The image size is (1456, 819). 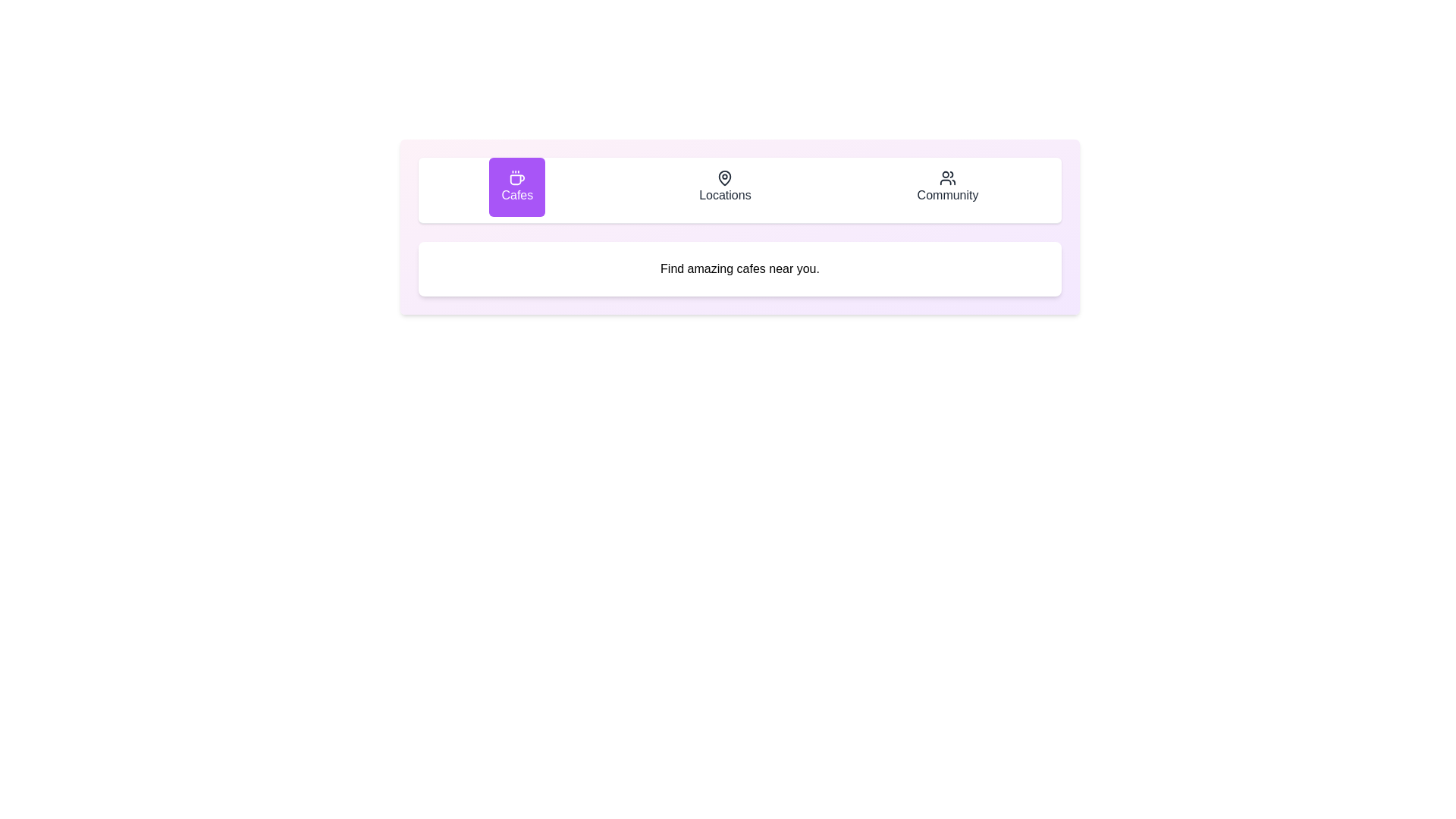 What do you see at coordinates (724, 177) in the screenshot?
I see `the pin-shaped icon resembling a map marker located centrally above the text 'Locations'` at bounding box center [724, 177].